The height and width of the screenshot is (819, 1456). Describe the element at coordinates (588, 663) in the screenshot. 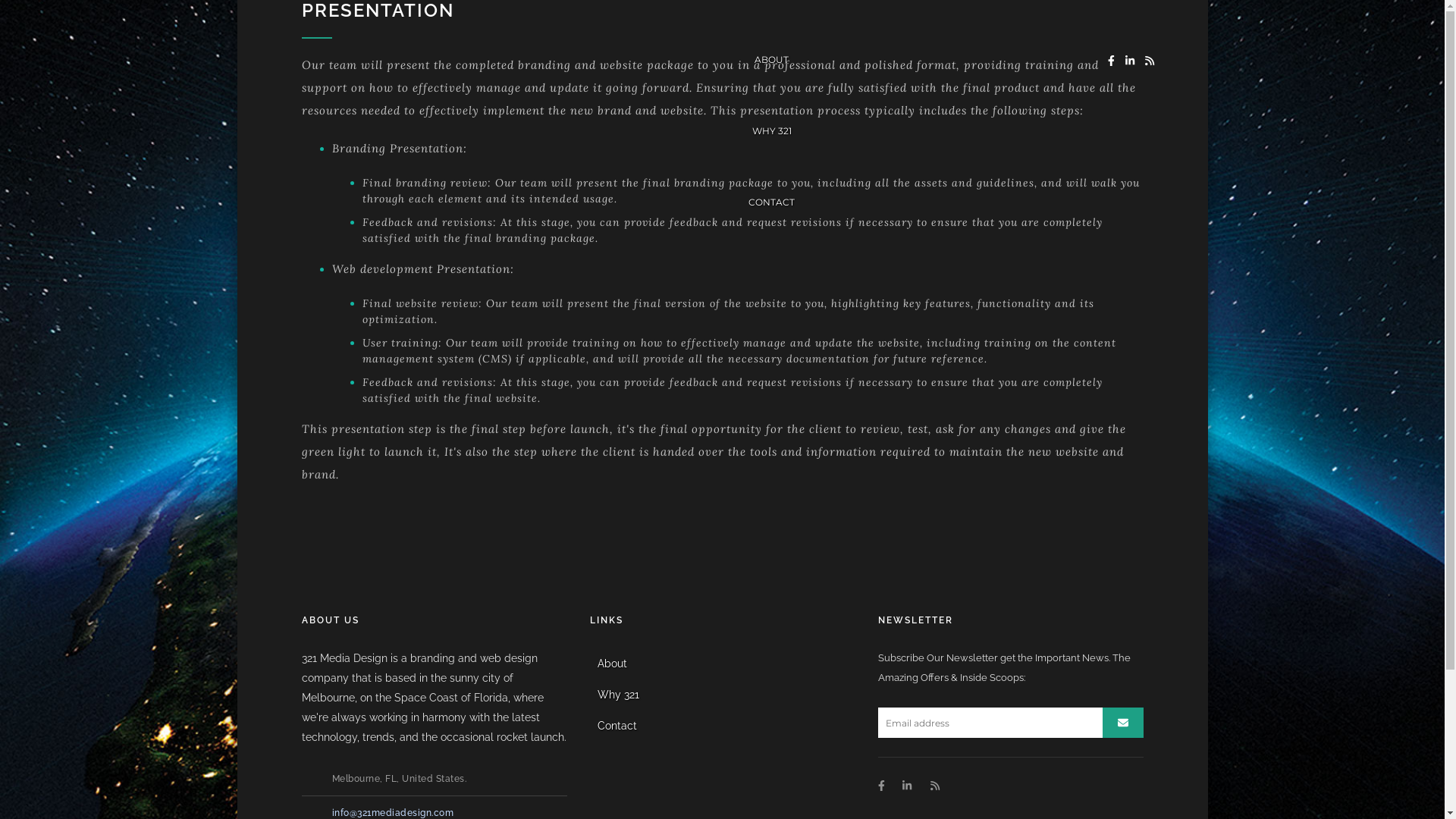

I see `'About'` at that location.